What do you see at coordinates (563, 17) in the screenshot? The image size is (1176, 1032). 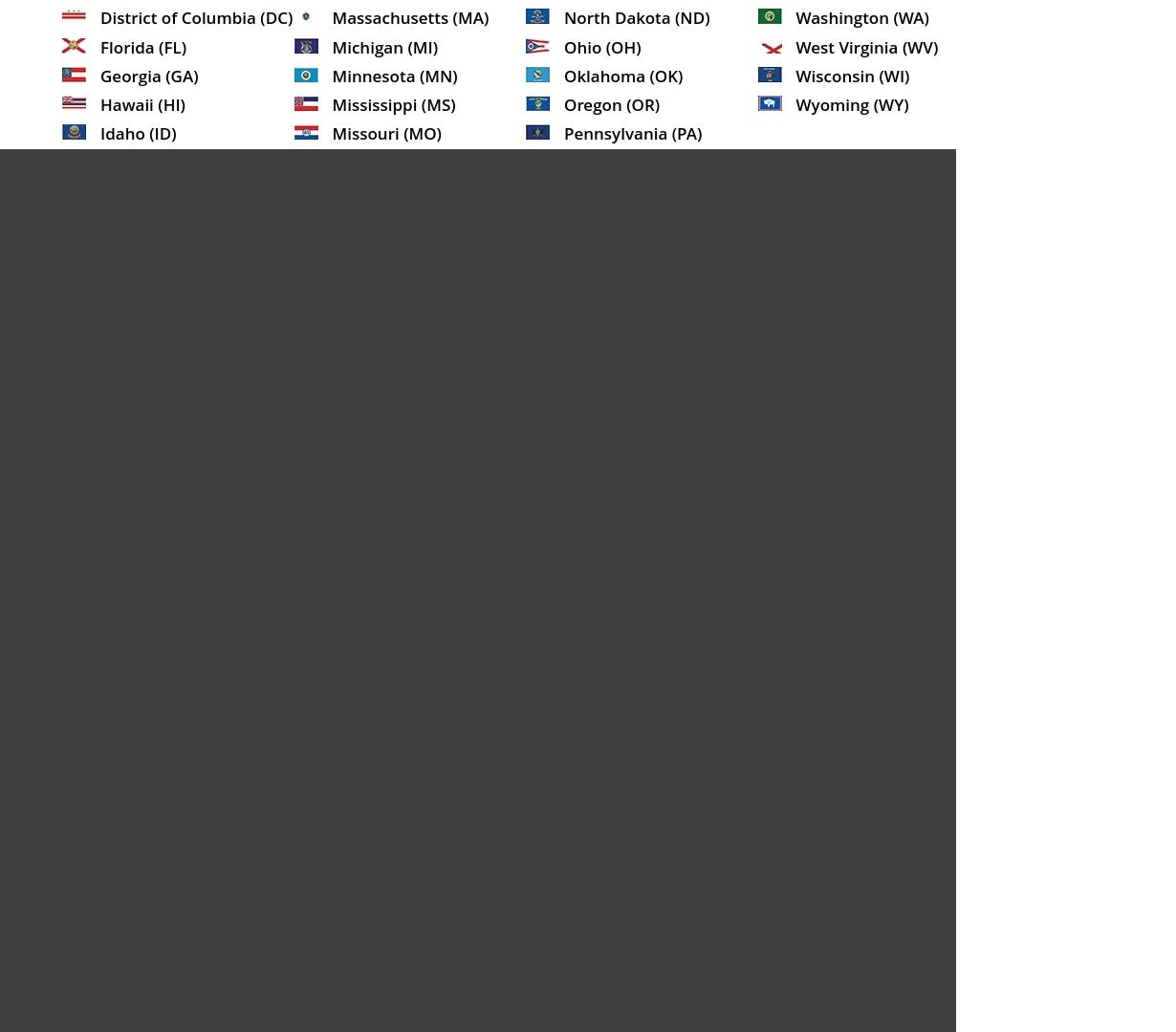 I see `'North Dakota (ND)'` at bounding box center [563, 17].